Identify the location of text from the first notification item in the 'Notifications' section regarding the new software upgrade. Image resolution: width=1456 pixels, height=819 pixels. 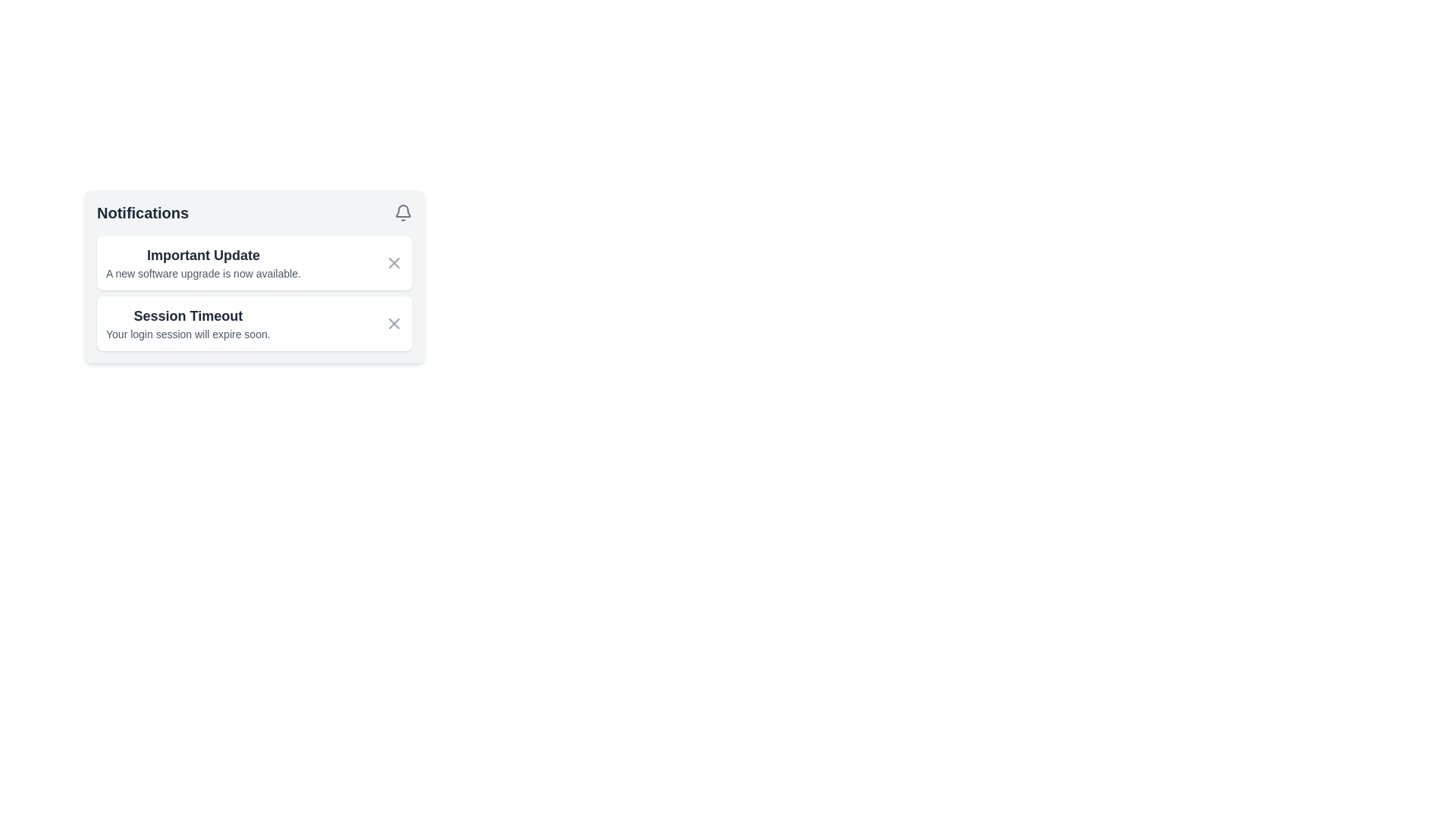
(202, 262).